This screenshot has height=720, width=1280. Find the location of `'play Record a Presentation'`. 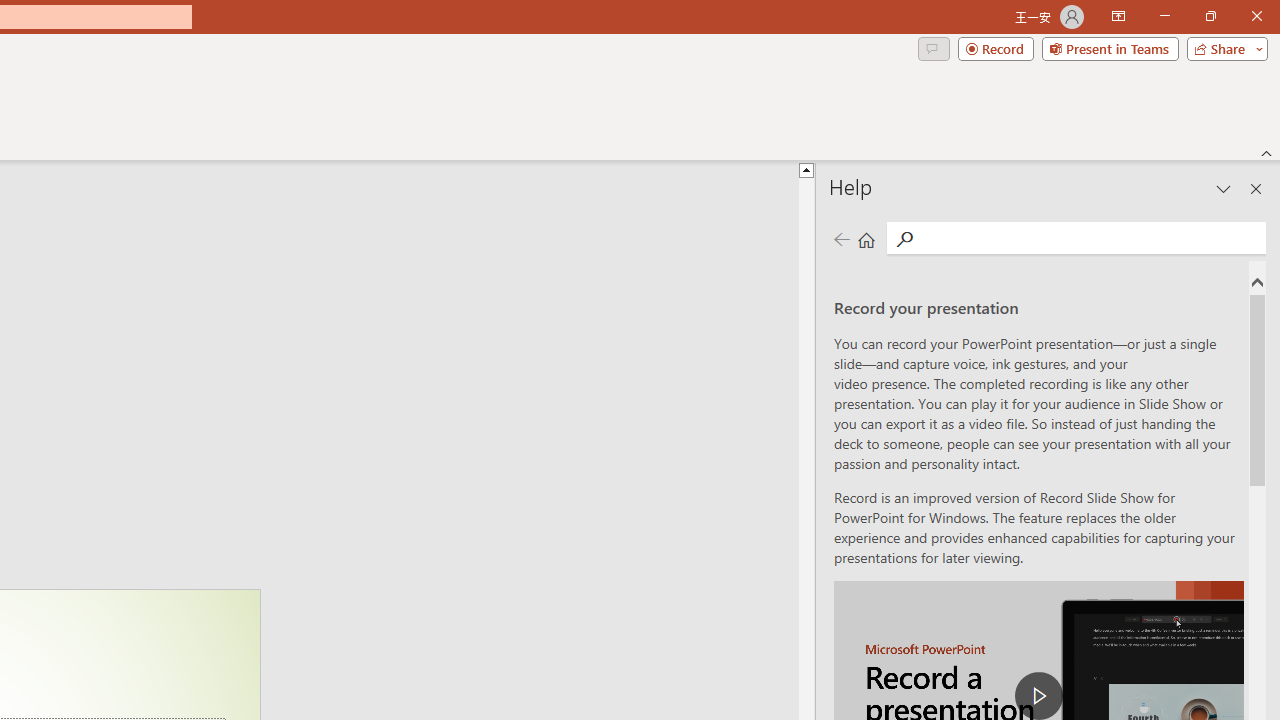

'play Record a Presentation' is located at coordinates (1038, 694).